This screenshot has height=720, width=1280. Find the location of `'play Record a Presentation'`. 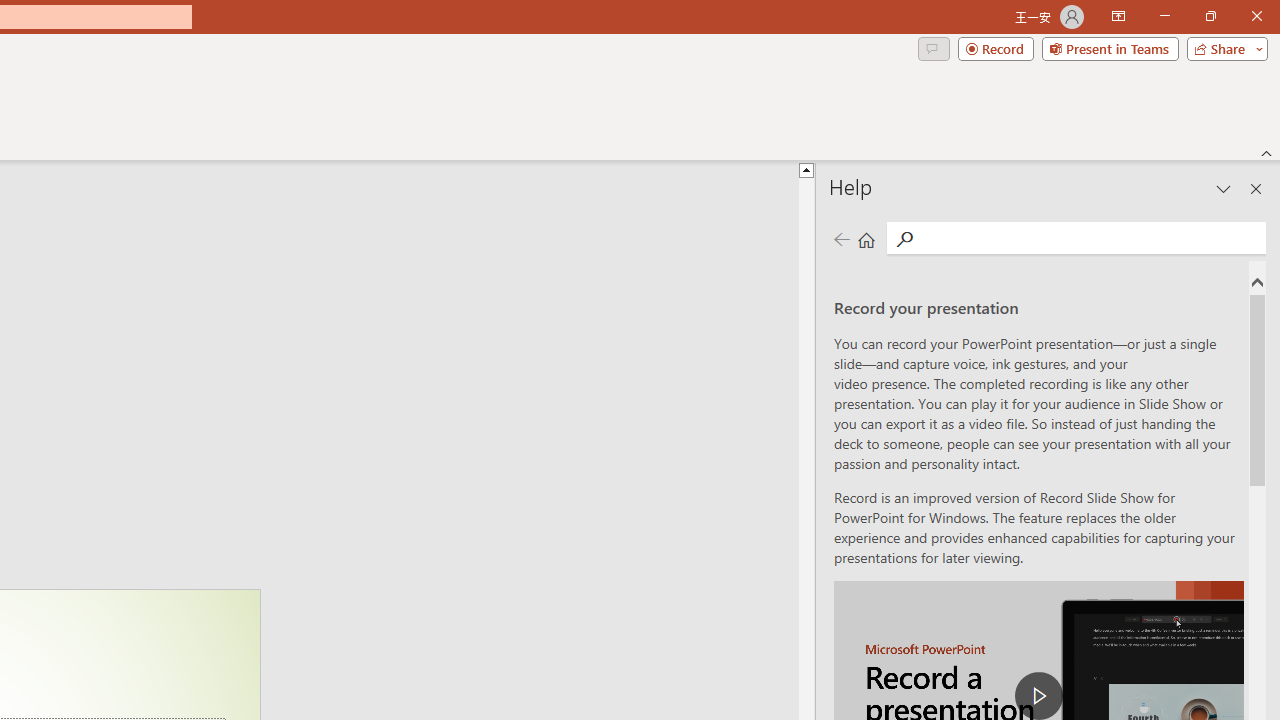

'play Record a Presentation' is located at coordinates (1038, 694).